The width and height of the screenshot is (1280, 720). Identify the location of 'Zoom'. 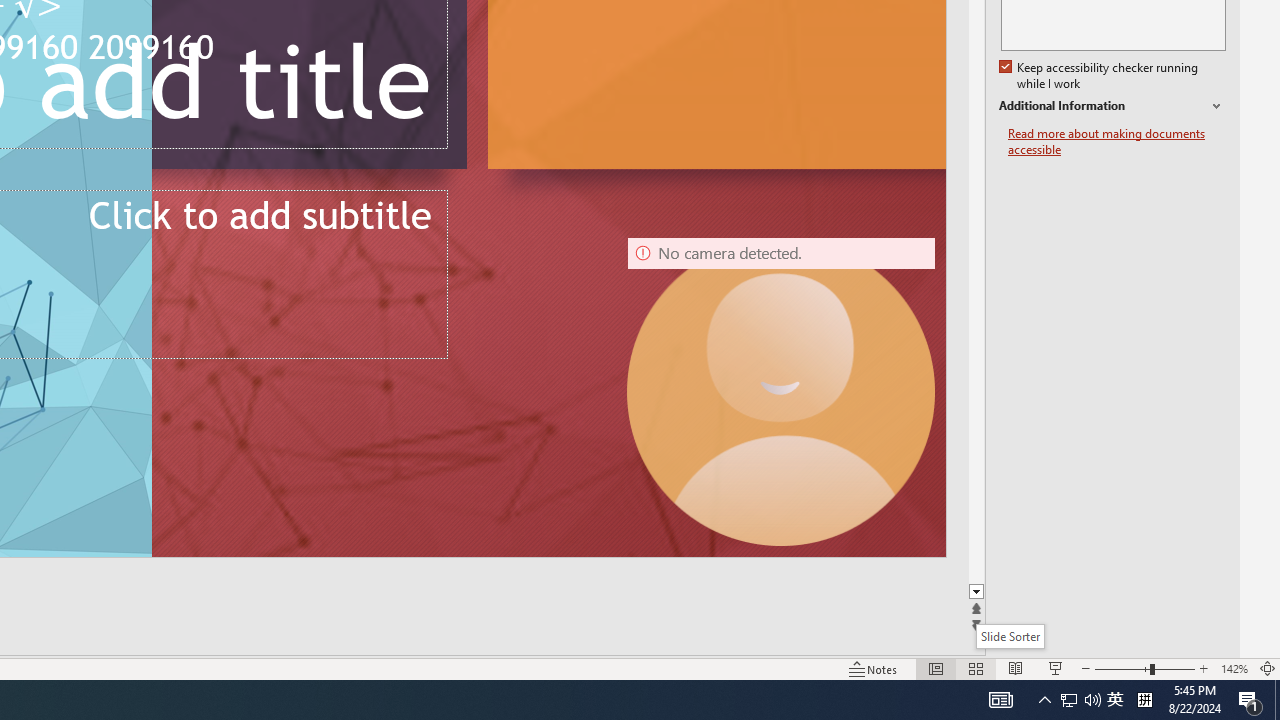
(1144, 669).